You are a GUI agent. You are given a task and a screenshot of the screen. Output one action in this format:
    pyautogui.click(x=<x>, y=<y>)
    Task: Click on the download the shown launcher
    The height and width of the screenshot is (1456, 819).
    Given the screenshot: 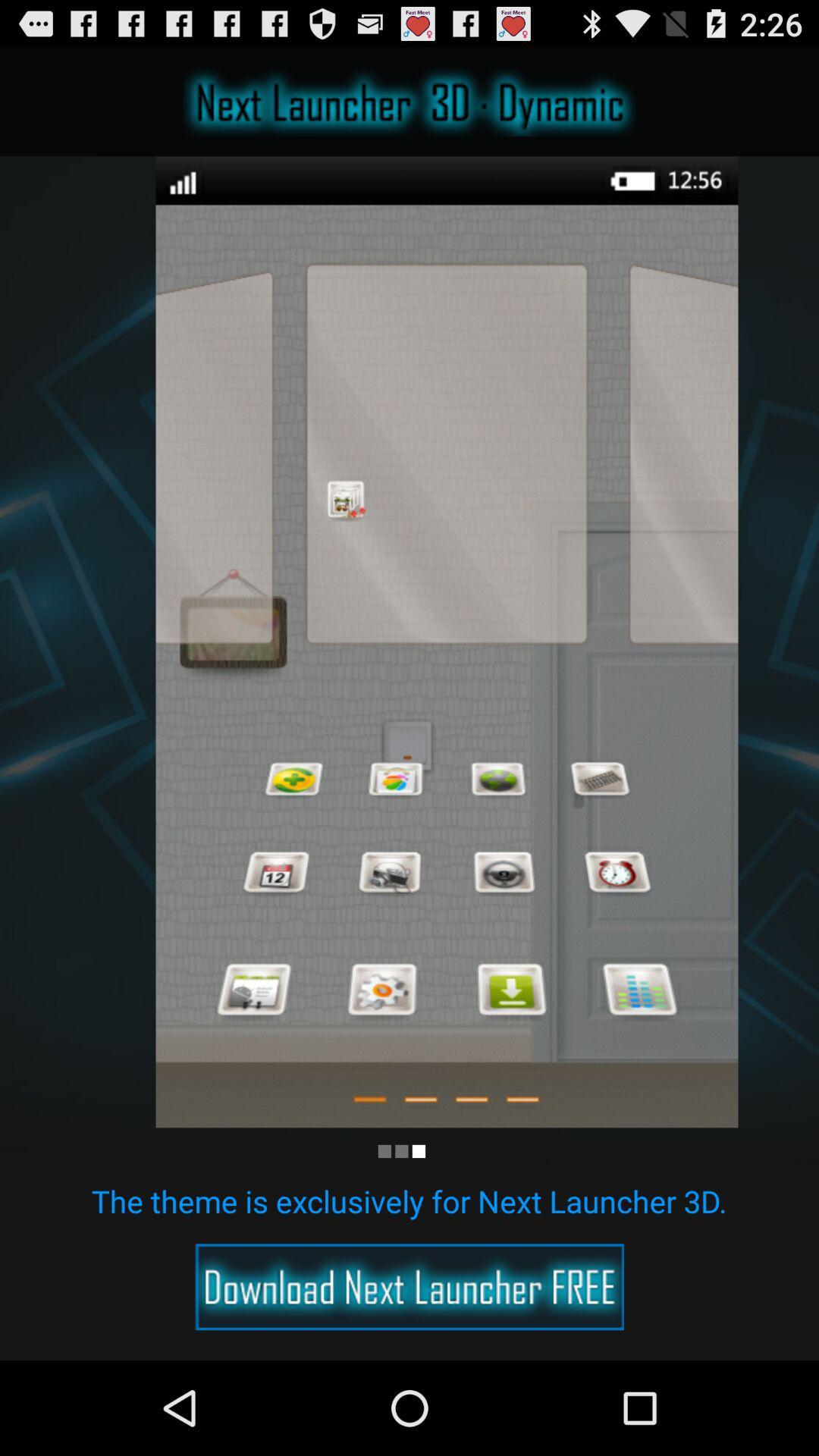 What is the action you would take?
    pyautogui.click(x=409, y=1286)
    